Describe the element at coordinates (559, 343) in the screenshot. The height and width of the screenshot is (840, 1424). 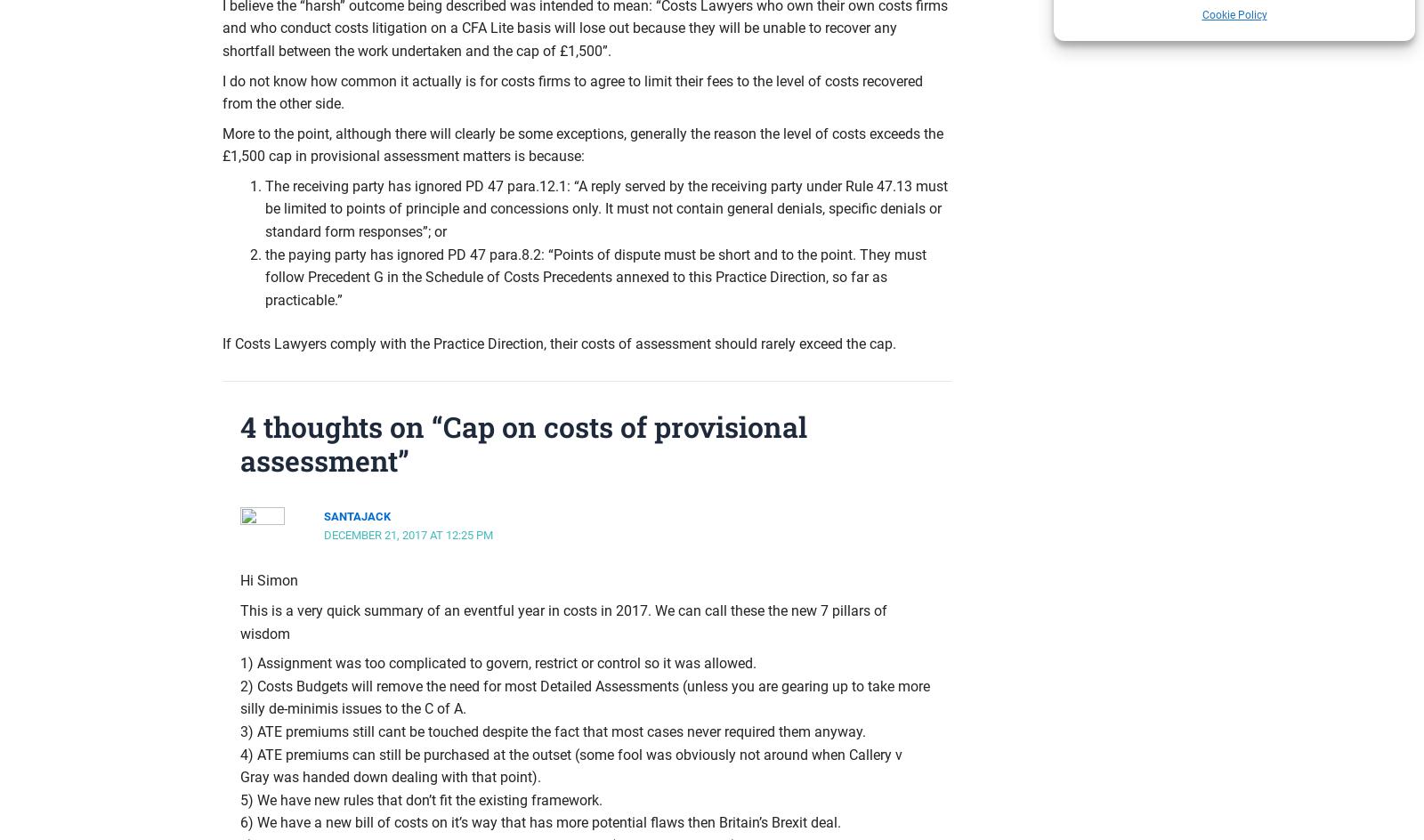
I see `'If Costs Lawyers comply with the Practice Direction, their costs of assessment should rarely exceed the cap.'` at that location.